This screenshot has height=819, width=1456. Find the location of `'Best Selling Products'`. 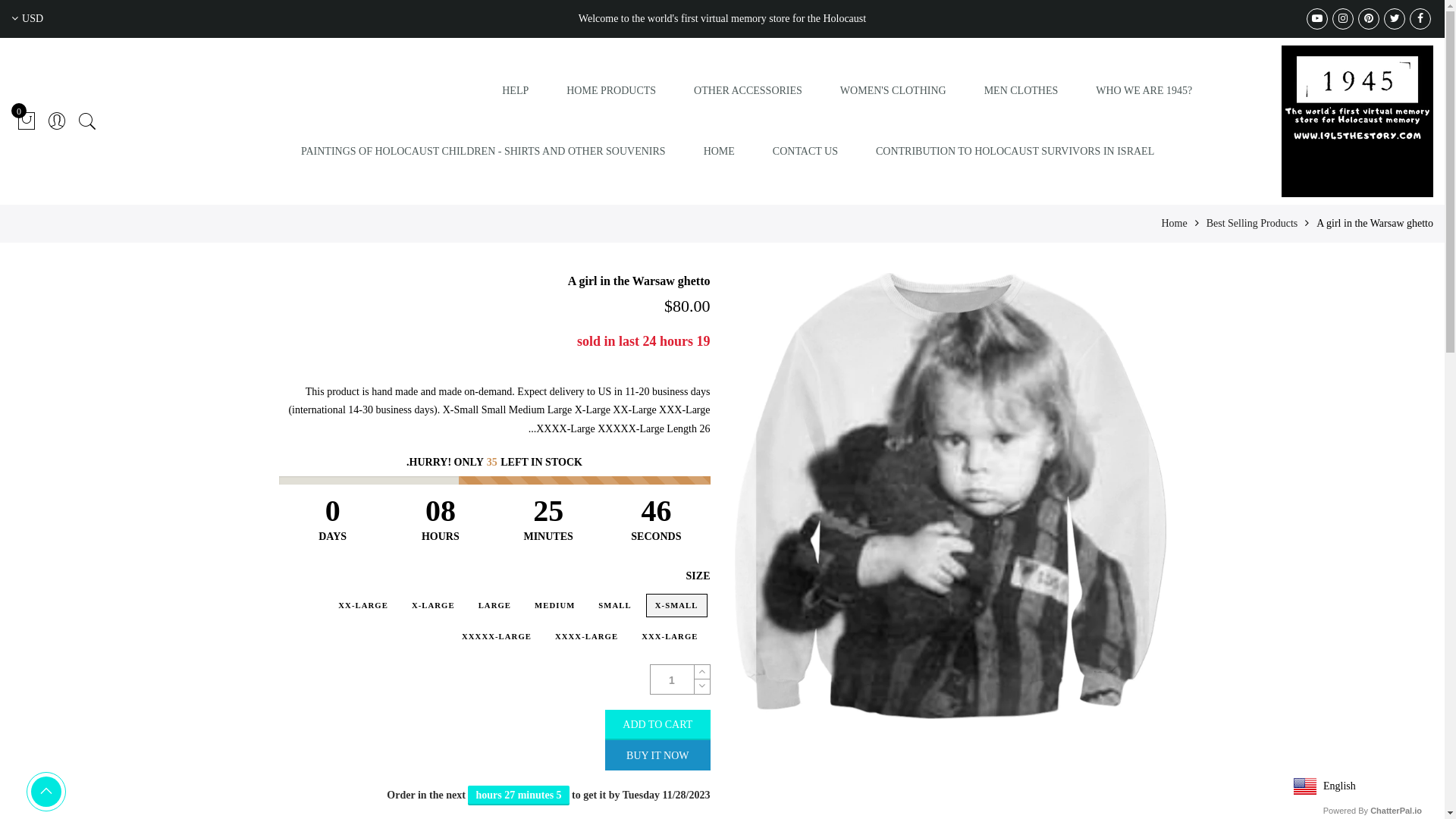

'Best Selling Products' is located at coordinates (1252, 223).